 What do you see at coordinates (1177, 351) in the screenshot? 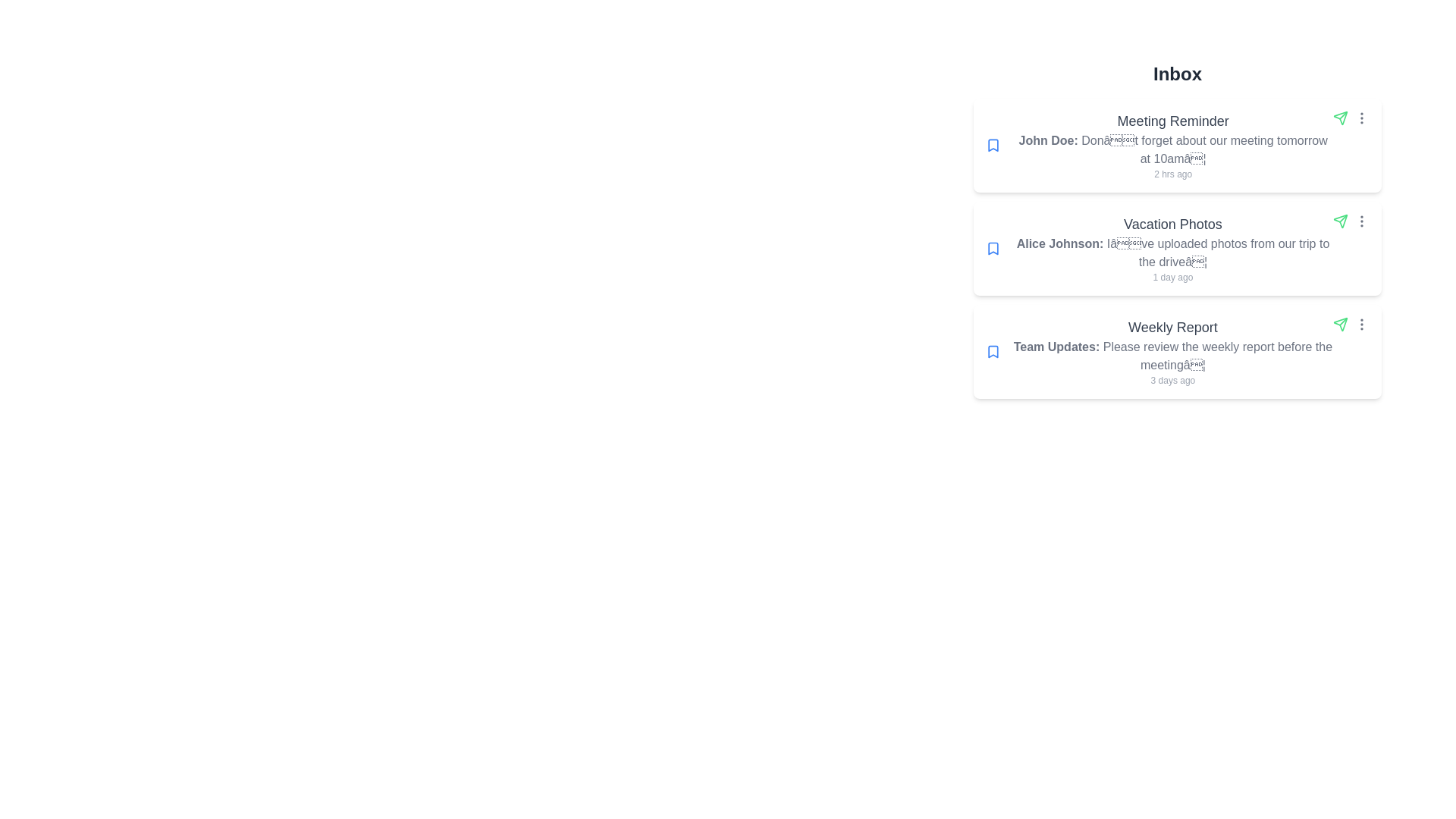
I see `the message titled 'Weekly Report'` at bounding box center [1177, 351].